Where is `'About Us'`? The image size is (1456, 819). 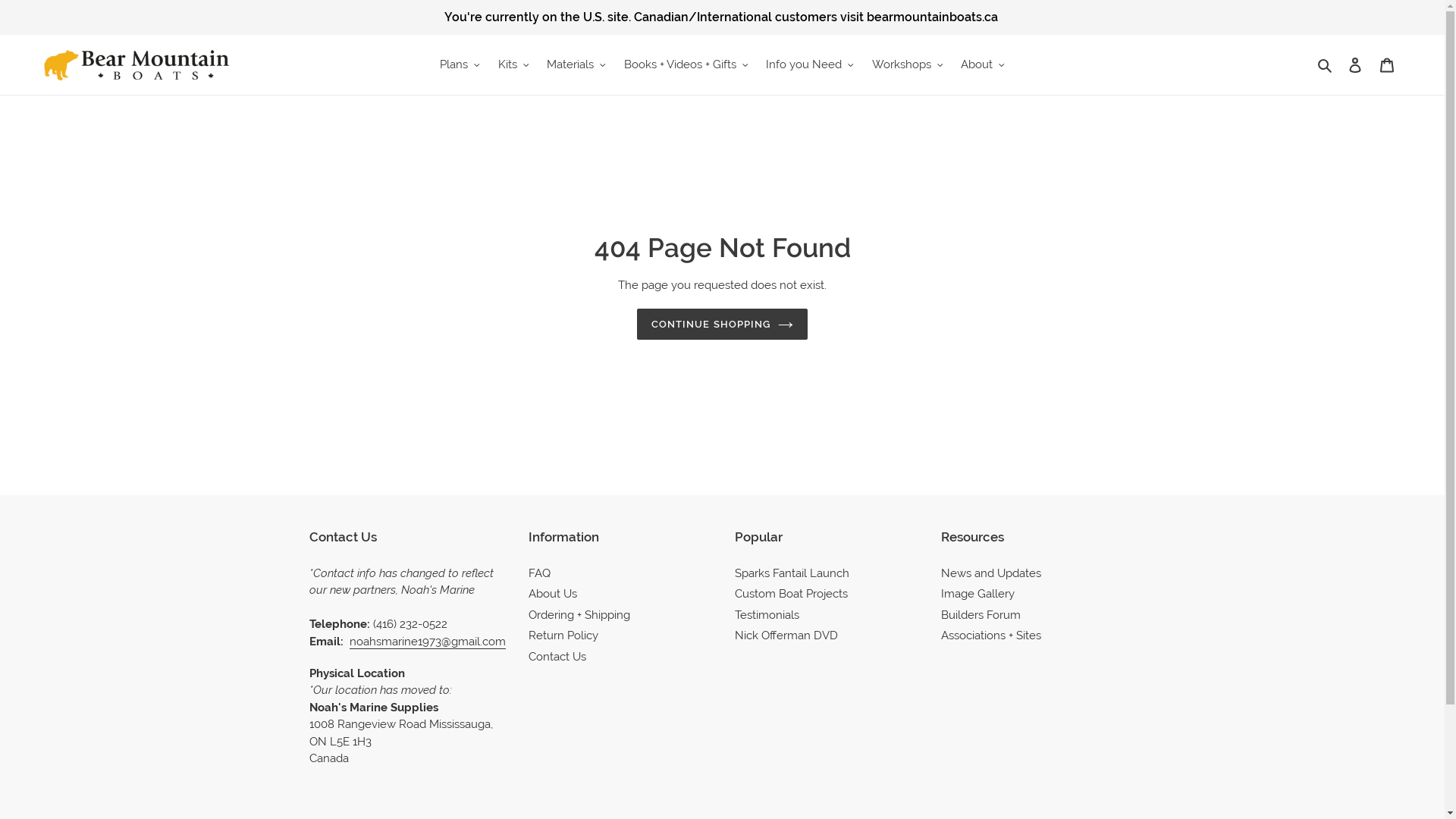
'About Us' is located at coordinates (551, 593).